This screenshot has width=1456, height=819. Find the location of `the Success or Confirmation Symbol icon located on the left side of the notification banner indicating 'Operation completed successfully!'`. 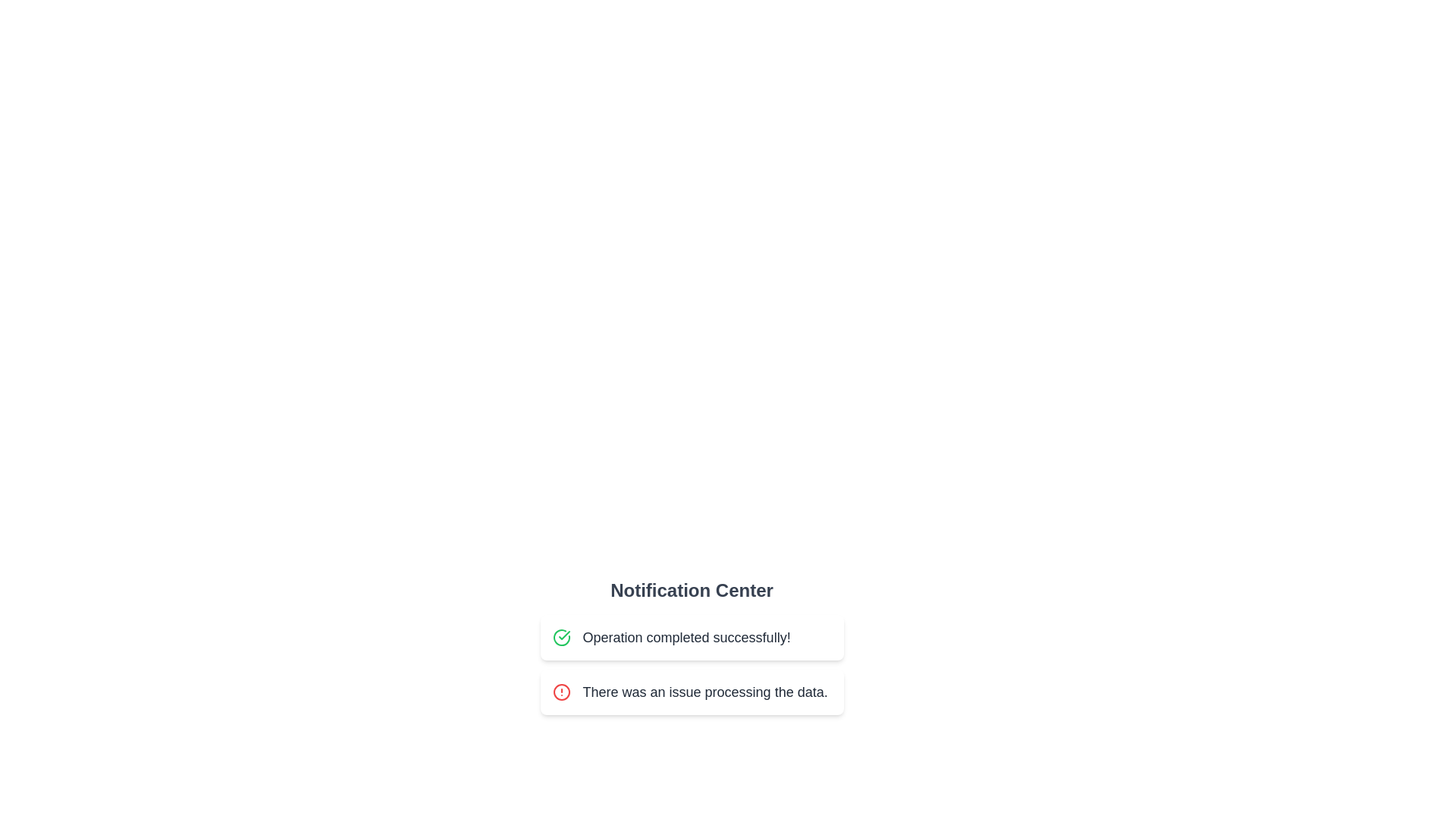

the Success or Confirmation Symbol icon located on the left side of the notification banner indicating 'Operation completed successfully!' is located at coordinates (560, 637).